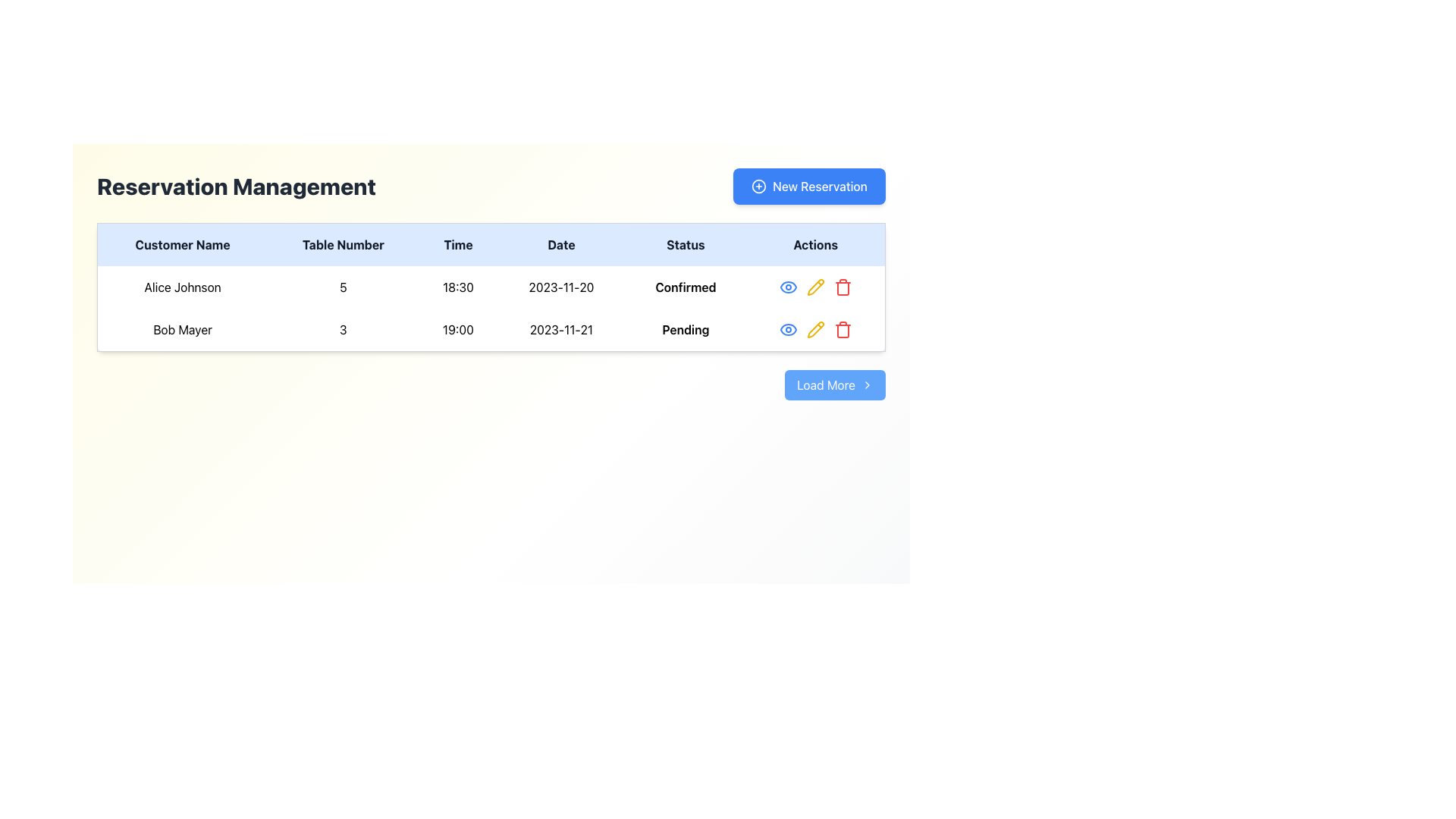  What do you see at coordinates (814, 329) in the screenshot?
I see `the edit action icon, represented by a pencil, located in the second row of the 'Actions' column to observe the hover effect` at bounding box center [814, 329].